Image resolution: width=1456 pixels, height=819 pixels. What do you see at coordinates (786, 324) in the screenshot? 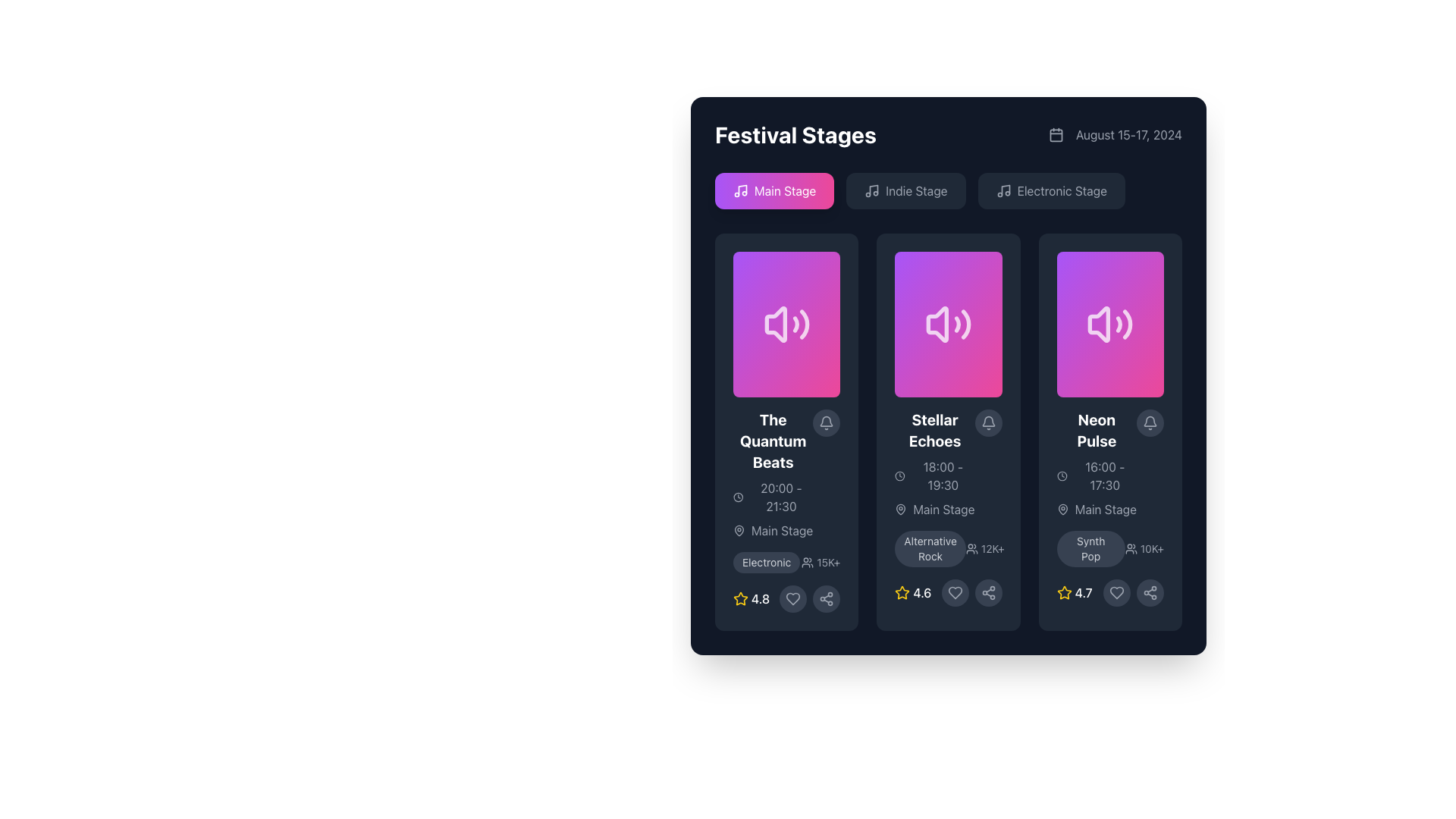
I see `the loudspeaker icon with sound waves, featuring a pink and purple gradient background, located centrally within 'The Quantum Beats' card` at bounding box center [786, 324].